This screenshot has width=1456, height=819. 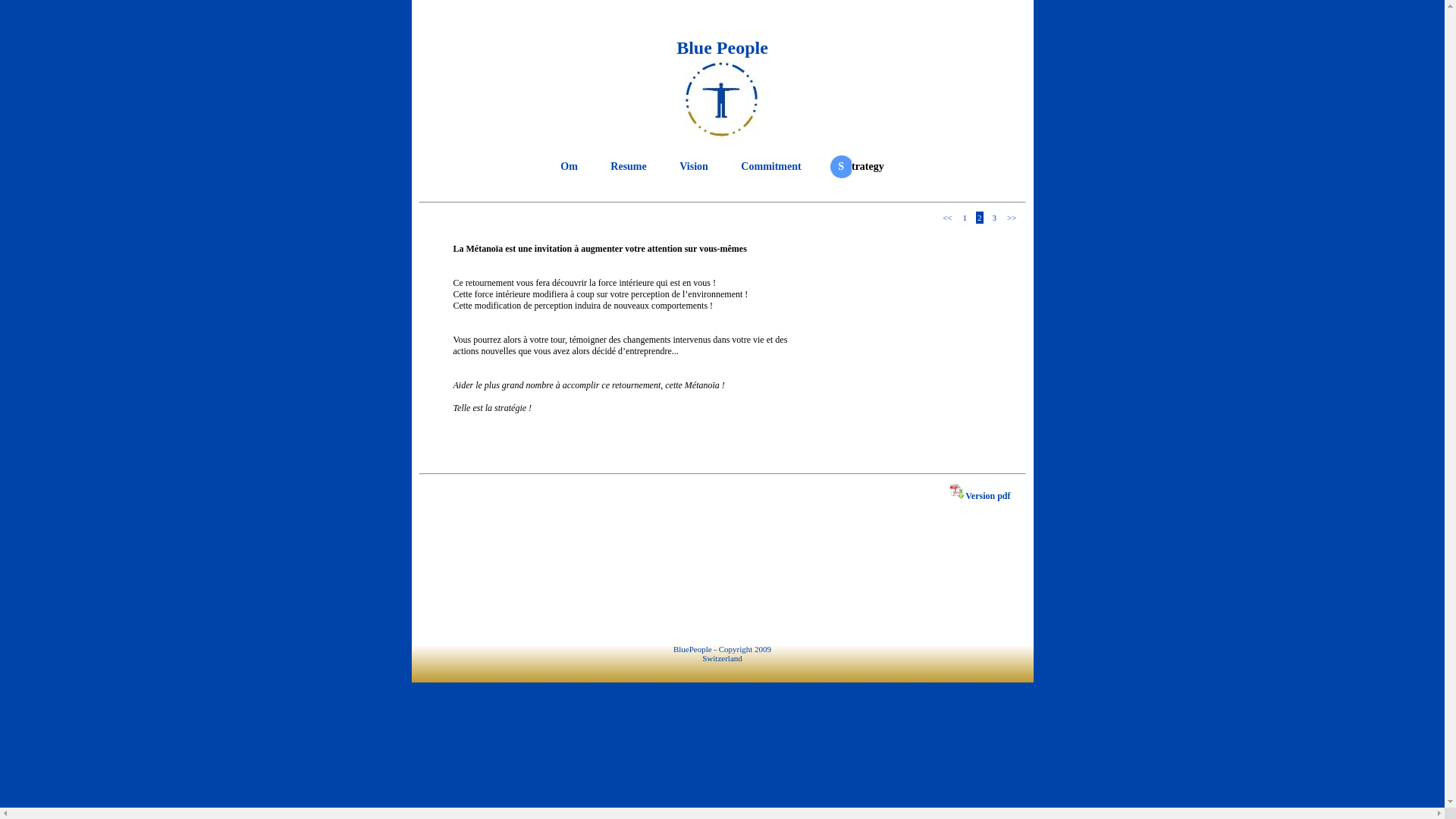 What do you see at coordinates (994, 217) in the screenshot?
I see `'3'` at bounding box center [994, 217].